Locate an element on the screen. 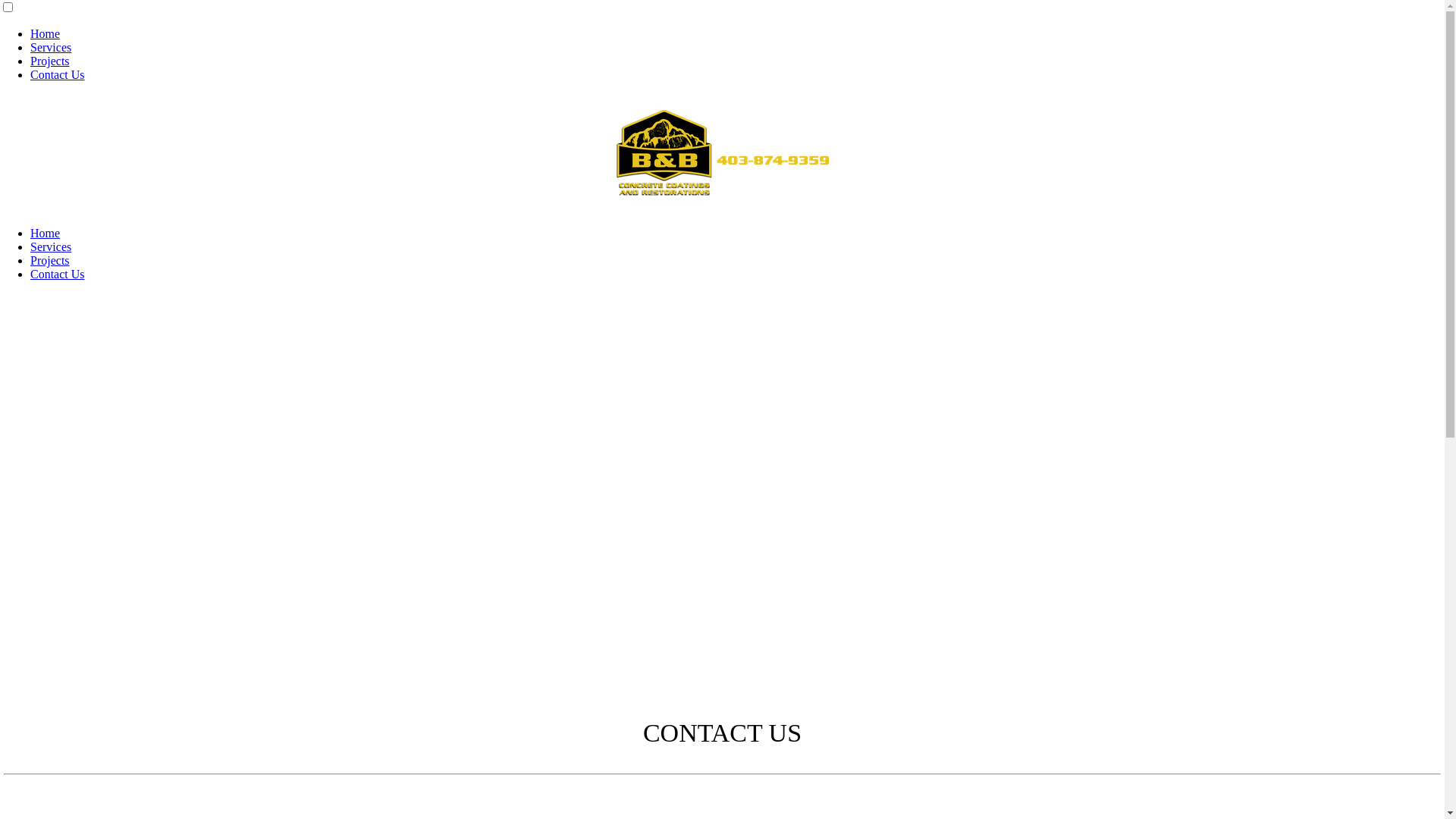  'Home' is located at coordinates (45, 233).